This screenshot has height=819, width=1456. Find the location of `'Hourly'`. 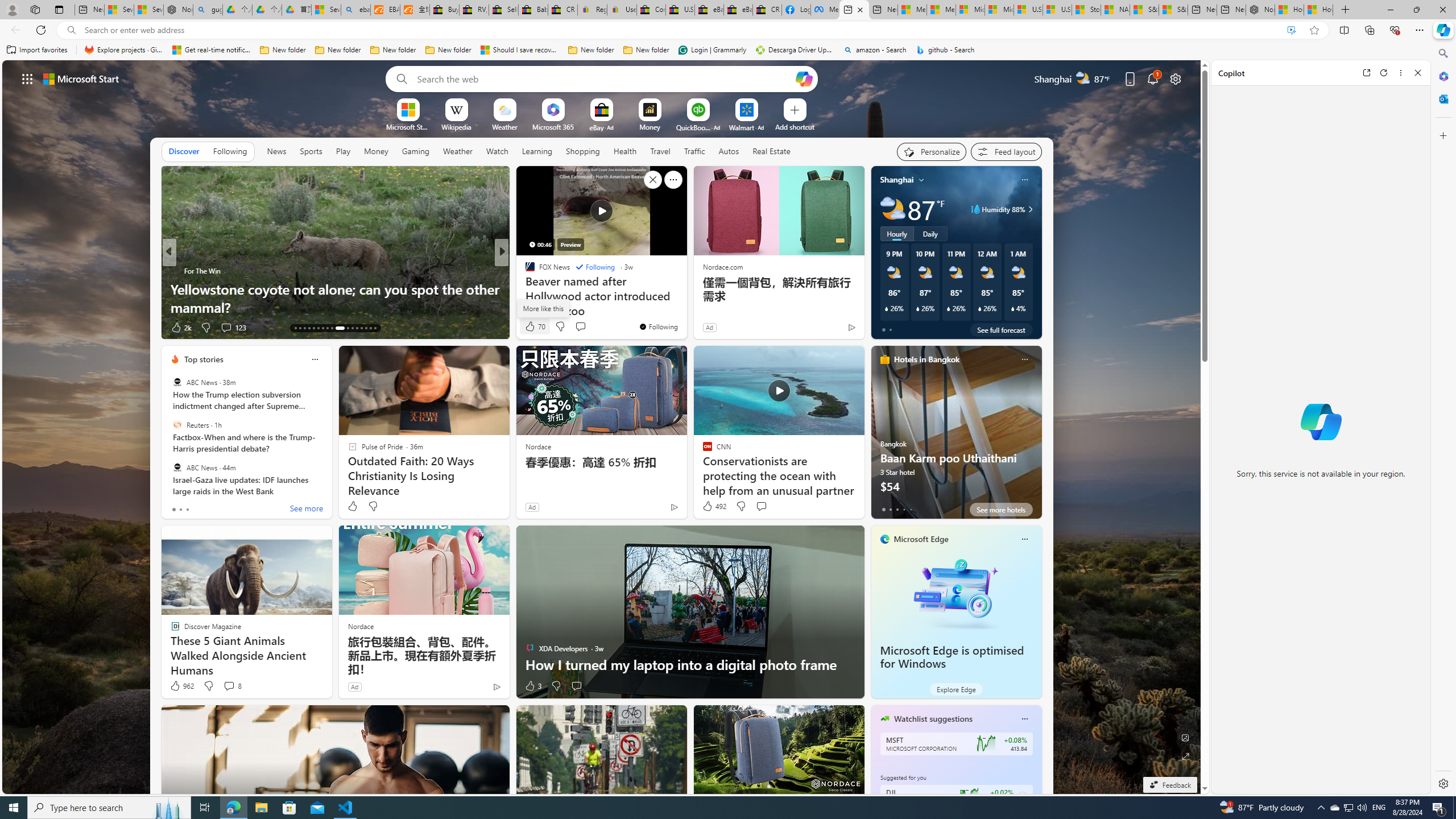

'Hourly' is located at coordinates (896, 233).